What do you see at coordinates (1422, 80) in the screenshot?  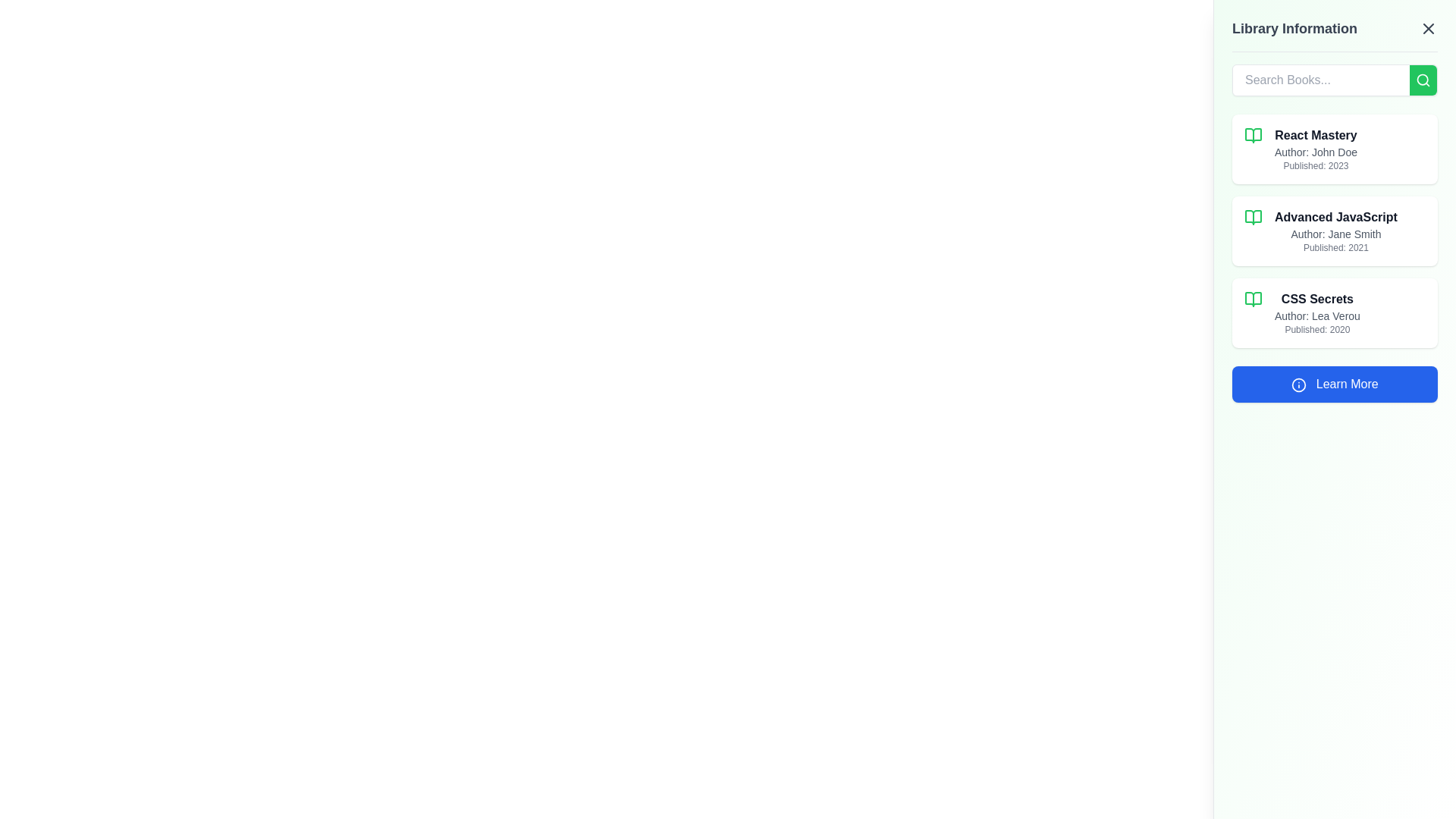 I see `the circular magnifying glass icon located in the top-right corner of the sidebar` at bounding box center [1422, 80].